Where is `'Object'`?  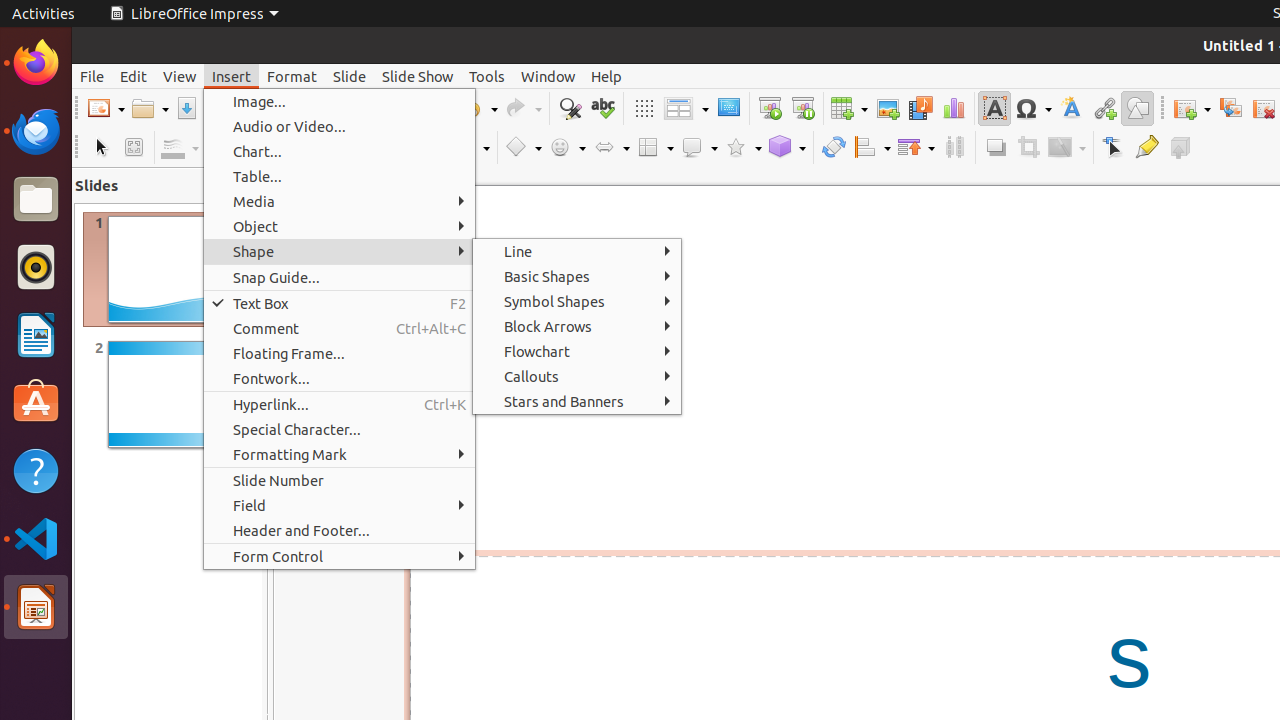 'Object' is located at coordinates (339, 225).